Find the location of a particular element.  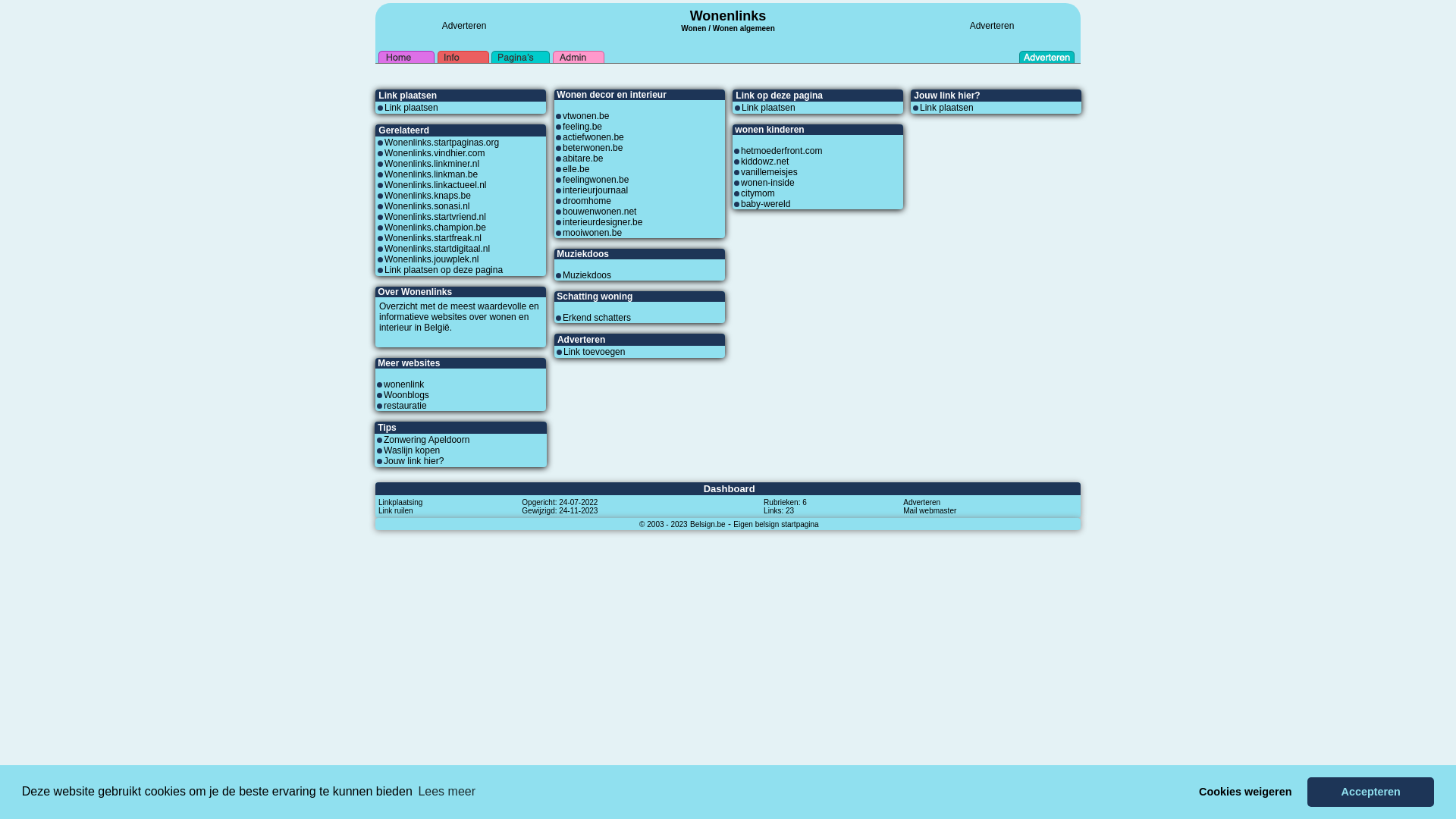

'Mail webmaster' is located at coordinates (928, 510).